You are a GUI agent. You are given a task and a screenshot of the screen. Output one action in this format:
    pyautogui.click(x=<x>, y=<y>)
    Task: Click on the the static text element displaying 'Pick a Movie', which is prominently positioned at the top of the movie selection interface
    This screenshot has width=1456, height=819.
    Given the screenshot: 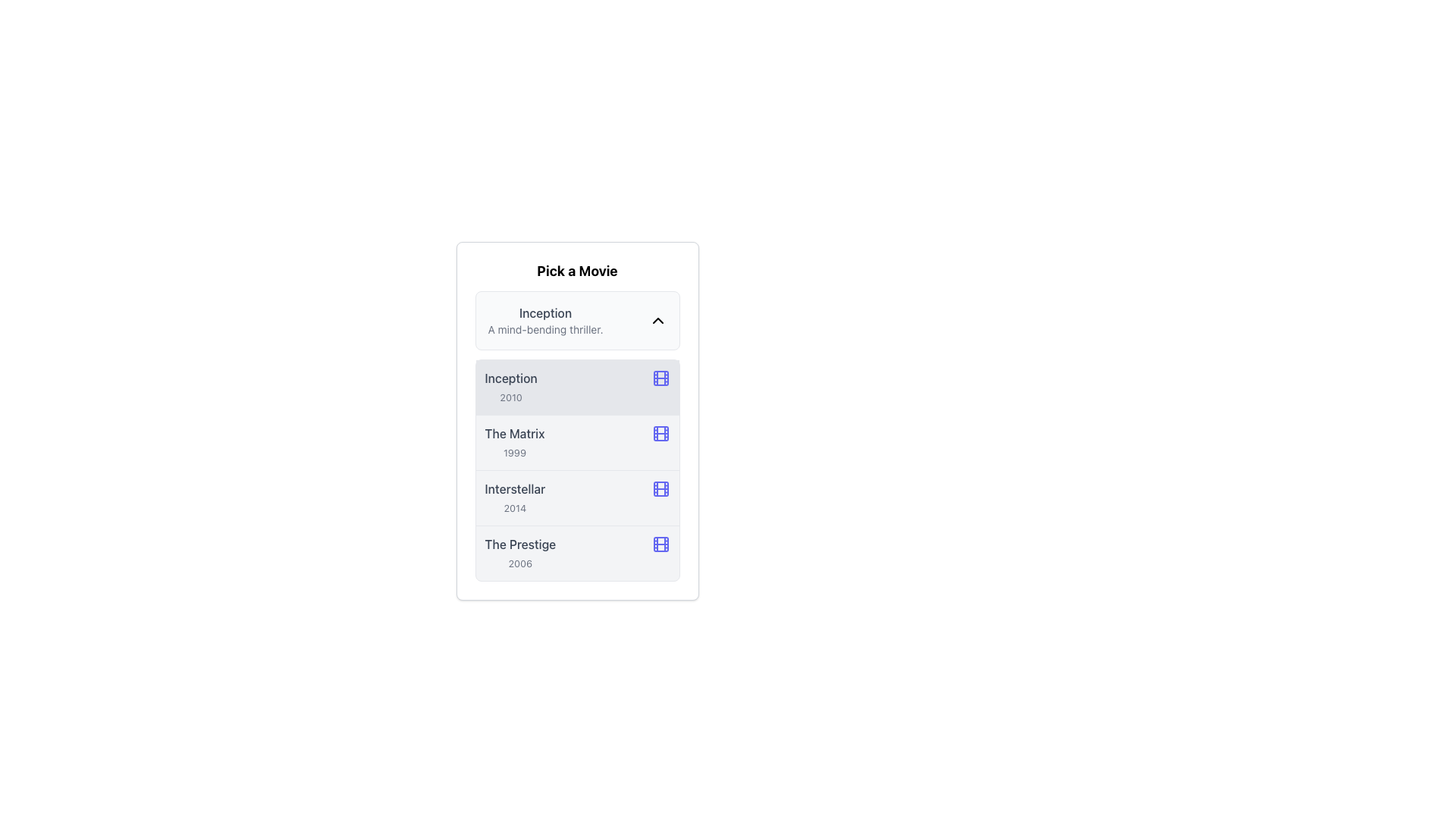 What is the action you would take?
    pyautogui.click(x=576, y=271)
    